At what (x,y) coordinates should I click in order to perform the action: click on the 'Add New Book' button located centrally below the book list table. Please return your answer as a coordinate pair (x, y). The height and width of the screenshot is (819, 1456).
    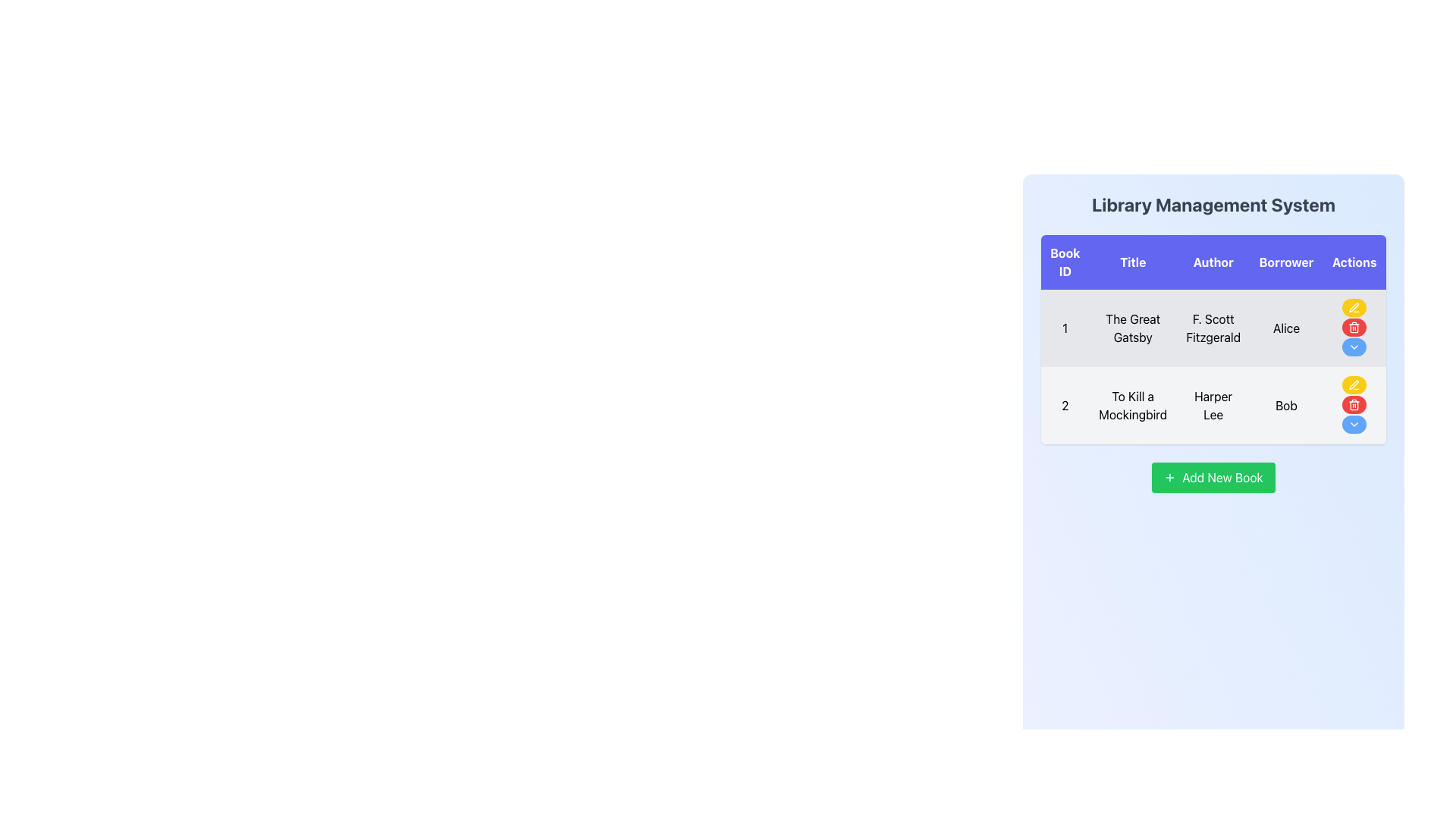
    Looking at the image, I should click on (1213, 476).